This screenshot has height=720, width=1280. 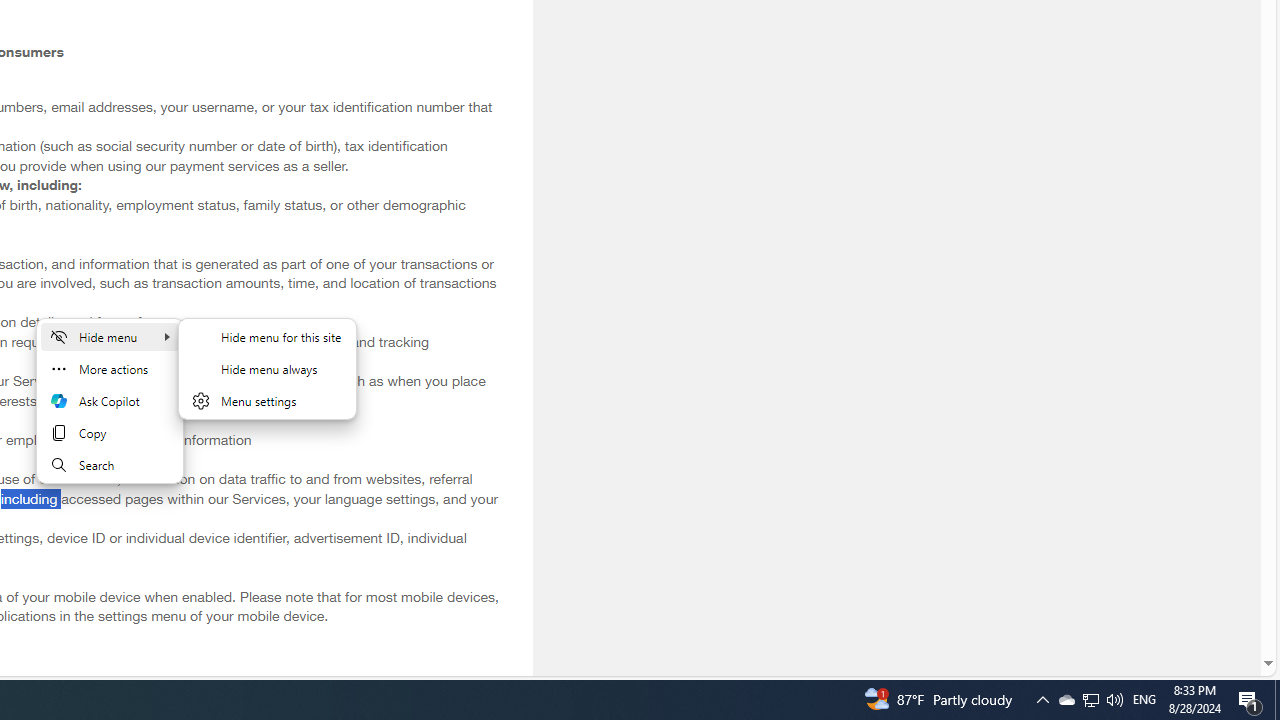 What do you see at coordinates (109, 335) in the screenshot?
I see `'Hide menu'` at bounding box center [109, 335].